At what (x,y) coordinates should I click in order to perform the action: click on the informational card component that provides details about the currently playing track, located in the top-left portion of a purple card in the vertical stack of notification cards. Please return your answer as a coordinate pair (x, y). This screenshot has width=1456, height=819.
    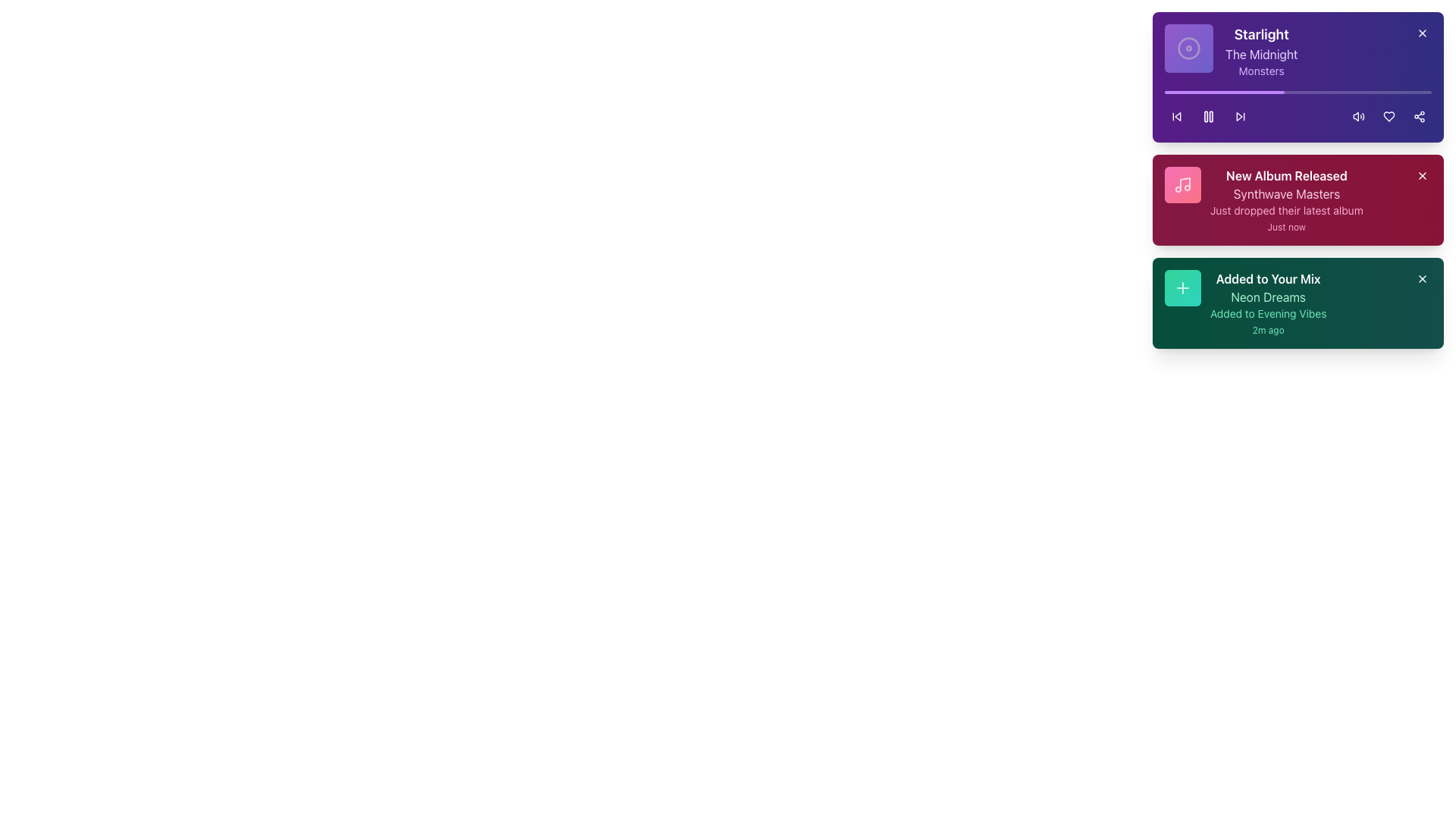
    Looking at the image, I should click on (1231, 51).